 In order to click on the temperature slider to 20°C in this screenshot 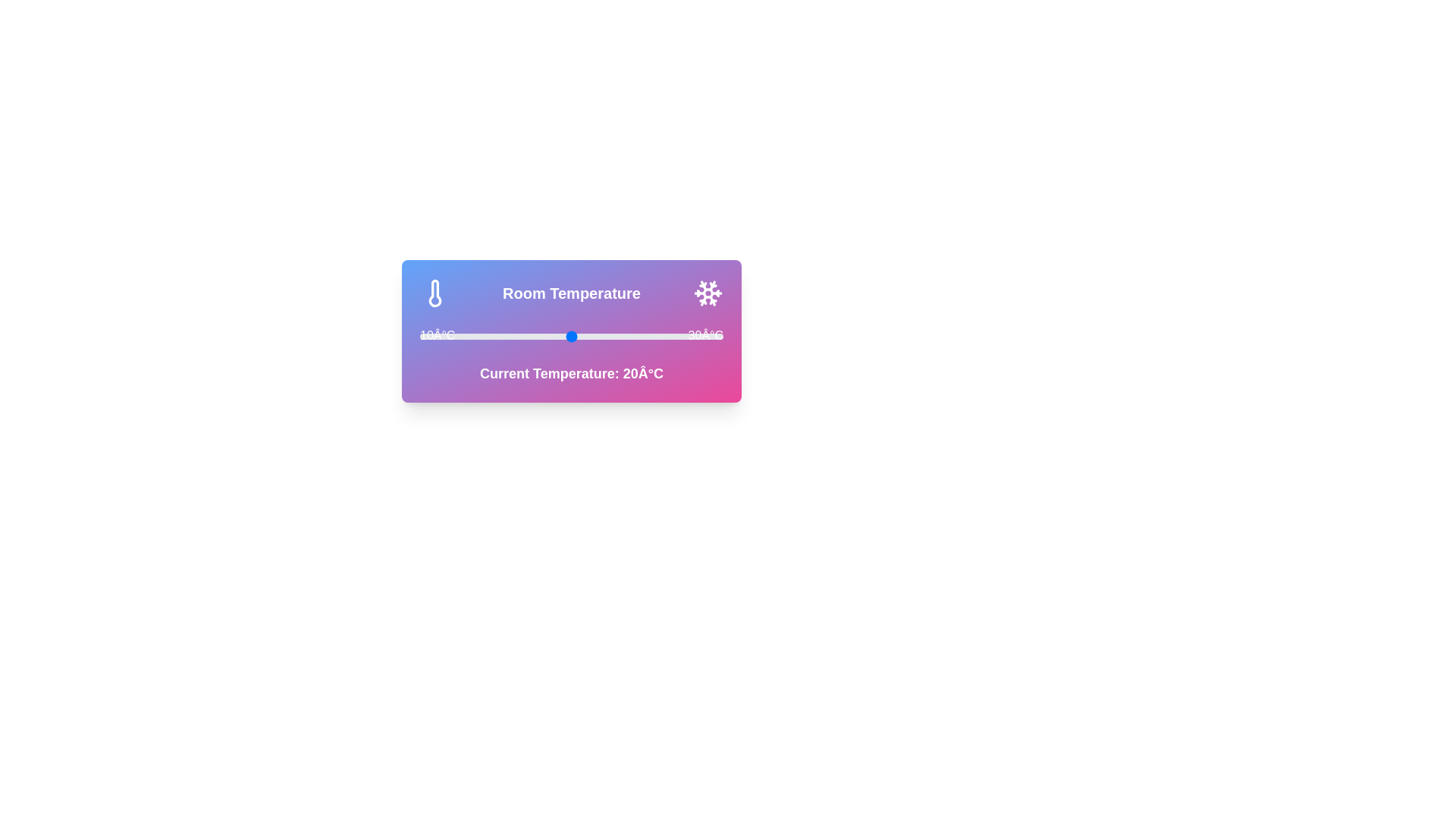, I will do `click(570, 335)`.